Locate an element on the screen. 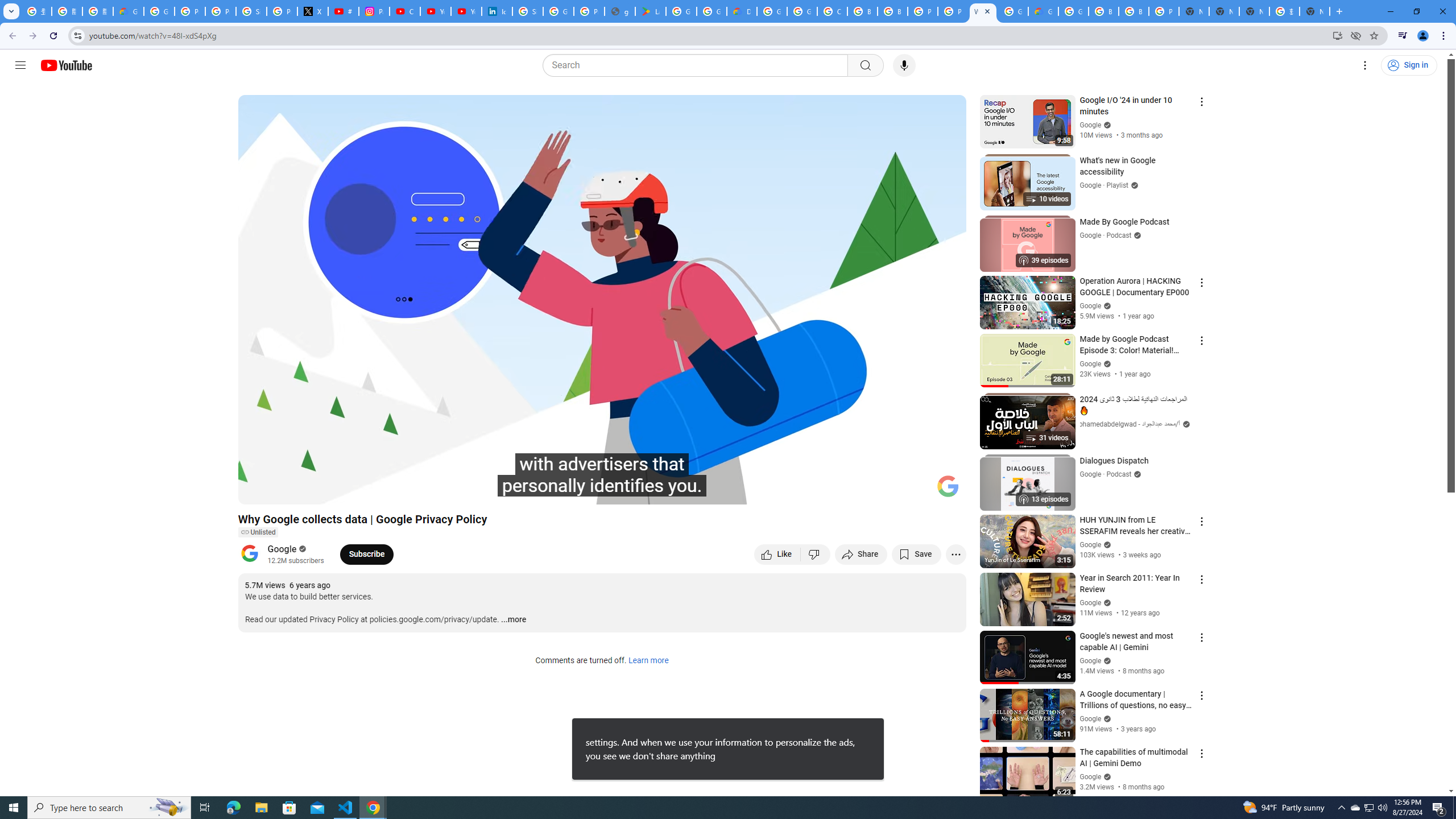  'X' is located at coordinates (313, 11).